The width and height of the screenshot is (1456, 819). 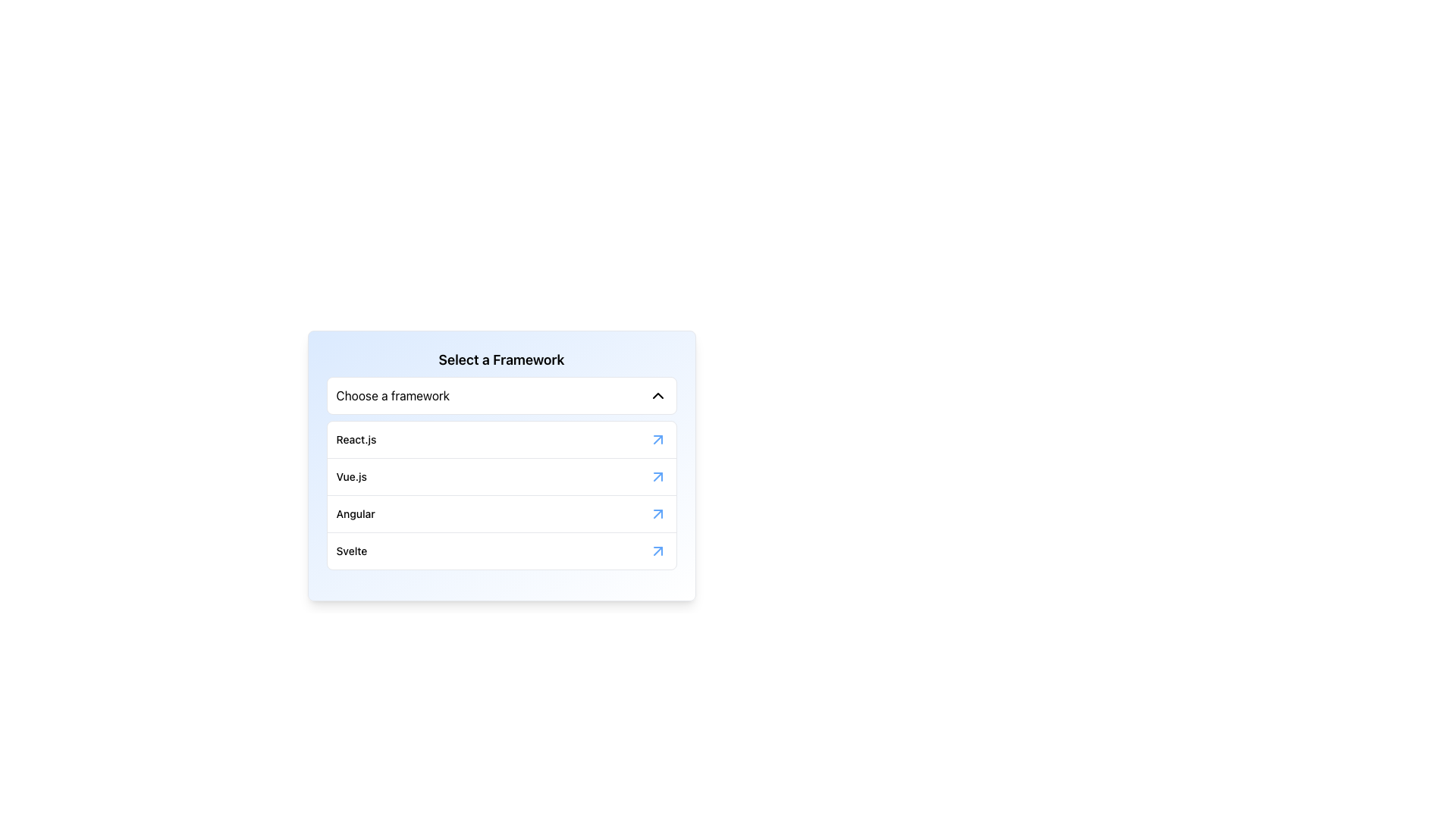 I want to click on the second option in the 'Choose a framework' dropdown menu, so click(x=501, y=472).